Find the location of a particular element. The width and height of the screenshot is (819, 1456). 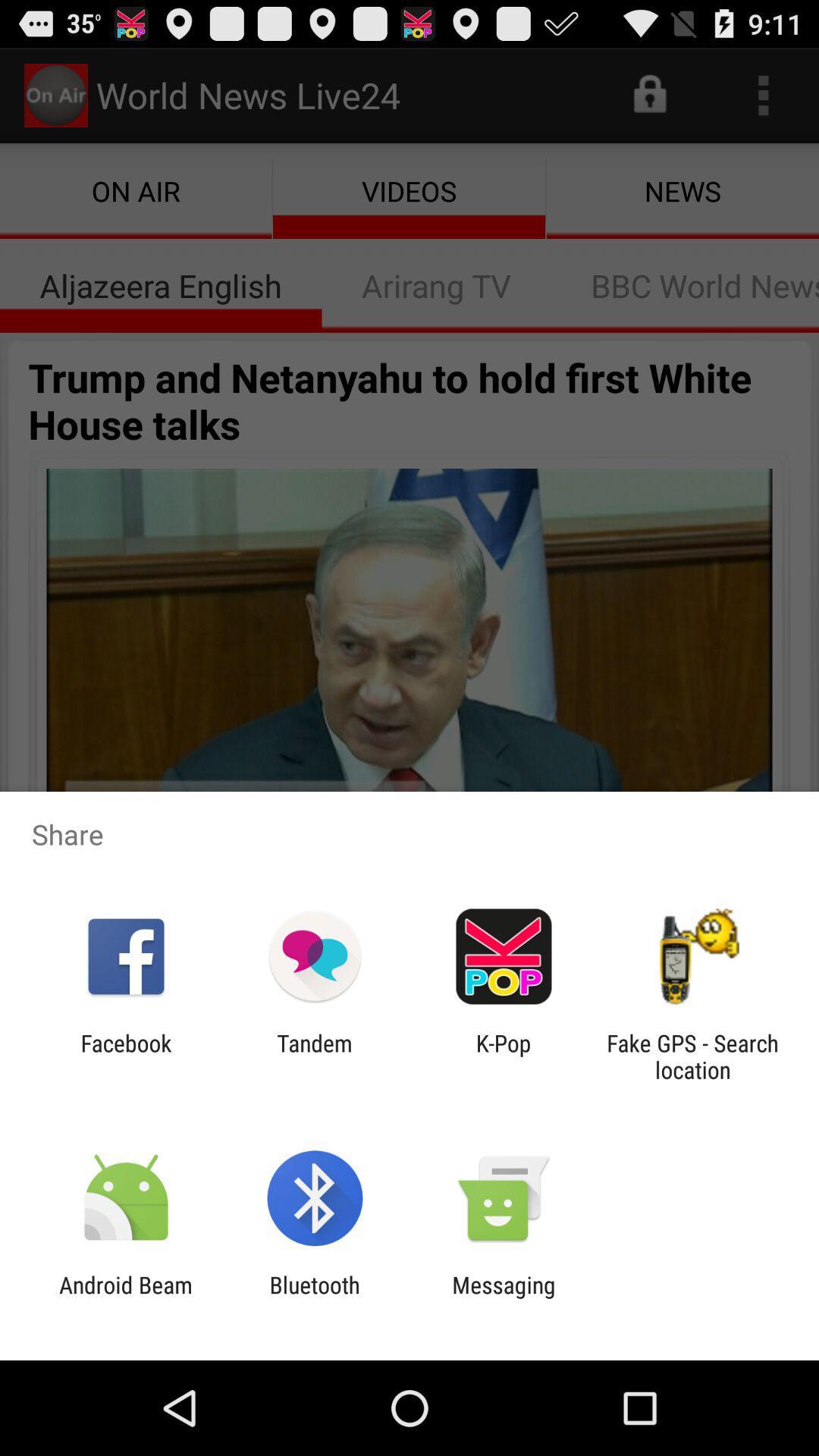

the facebook app is located at coordinates (125, 1056).